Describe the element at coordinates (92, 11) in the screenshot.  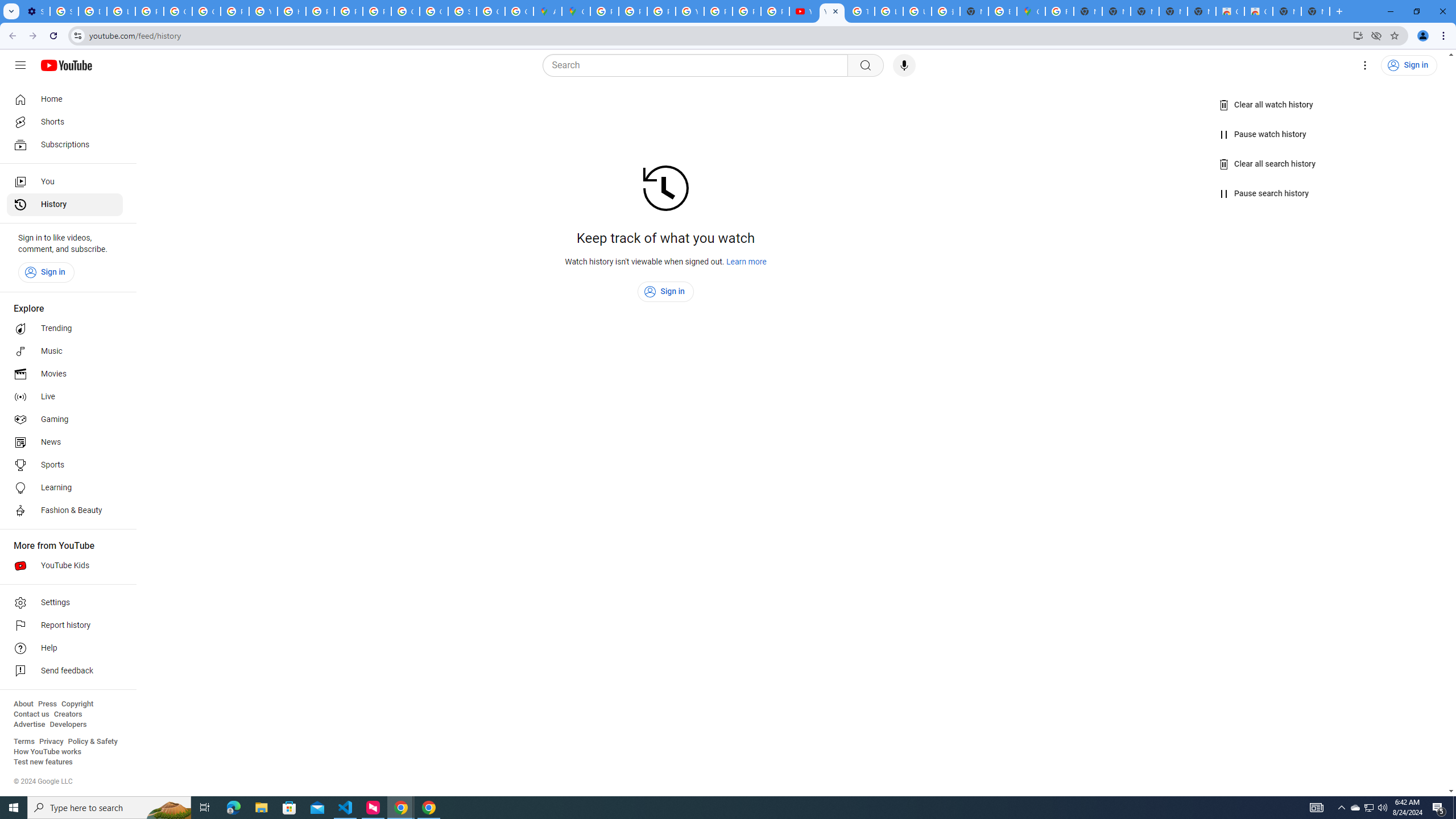
I see `'Delete photos & videos - Computer - Google Photos Help'` at that location.